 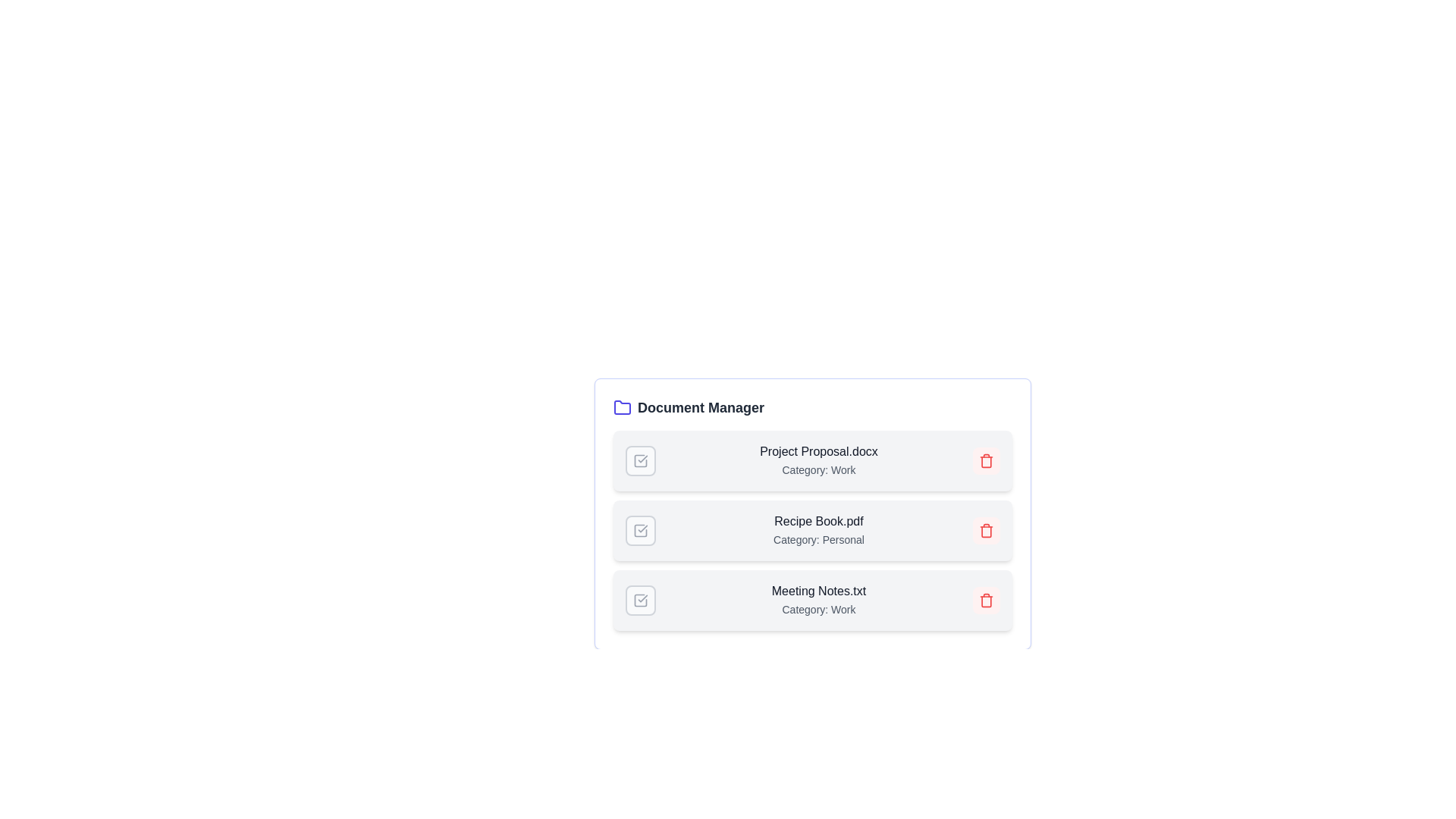 I want to click on folder icon located at the top-left side of the 'Document Manager' section, above the gray document item cards for informational purposes, so click(x=622, y=406).